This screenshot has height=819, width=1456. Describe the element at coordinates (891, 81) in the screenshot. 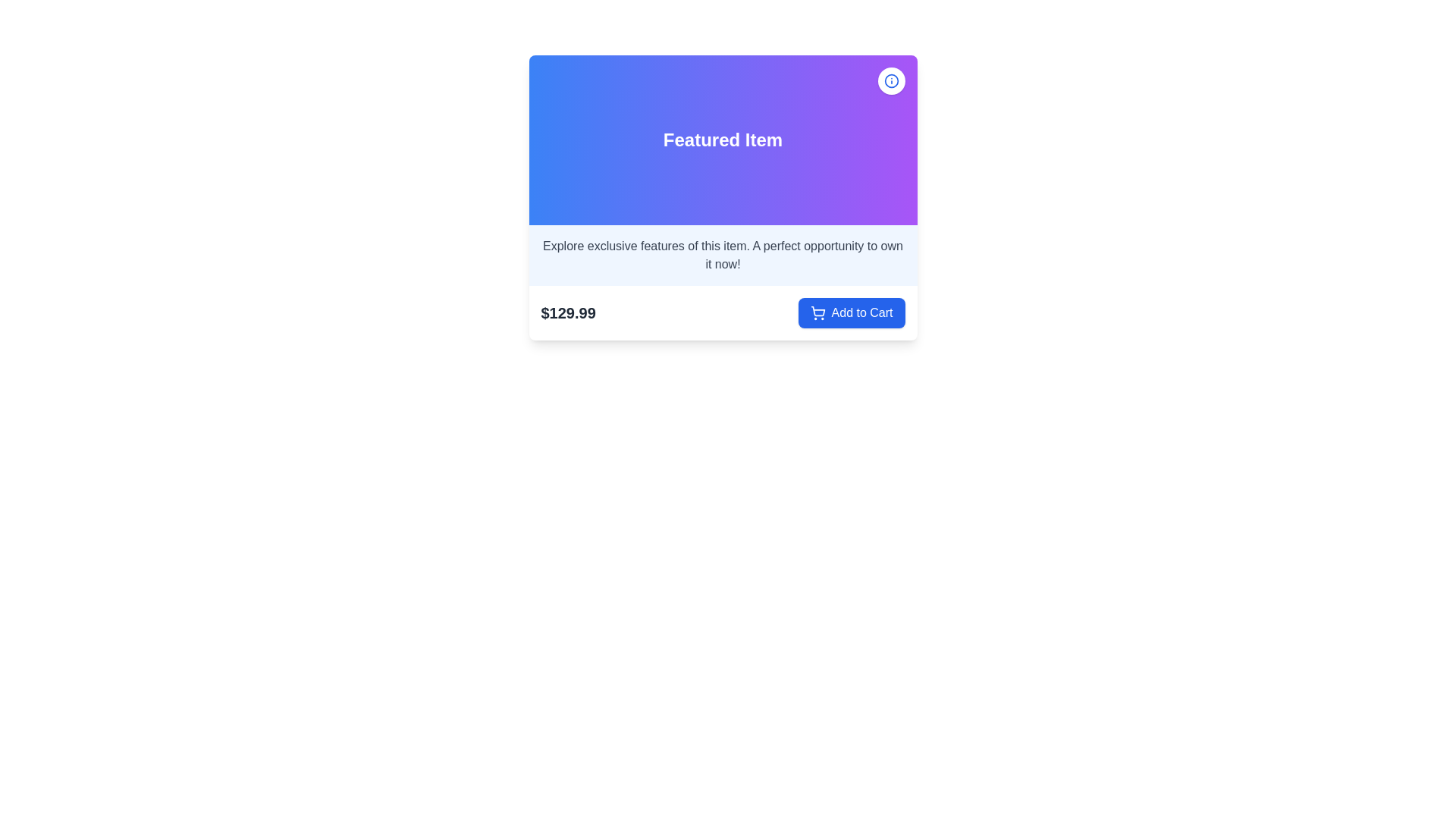

I see `the information icon button located in the top-right corner of the card component` at that location.